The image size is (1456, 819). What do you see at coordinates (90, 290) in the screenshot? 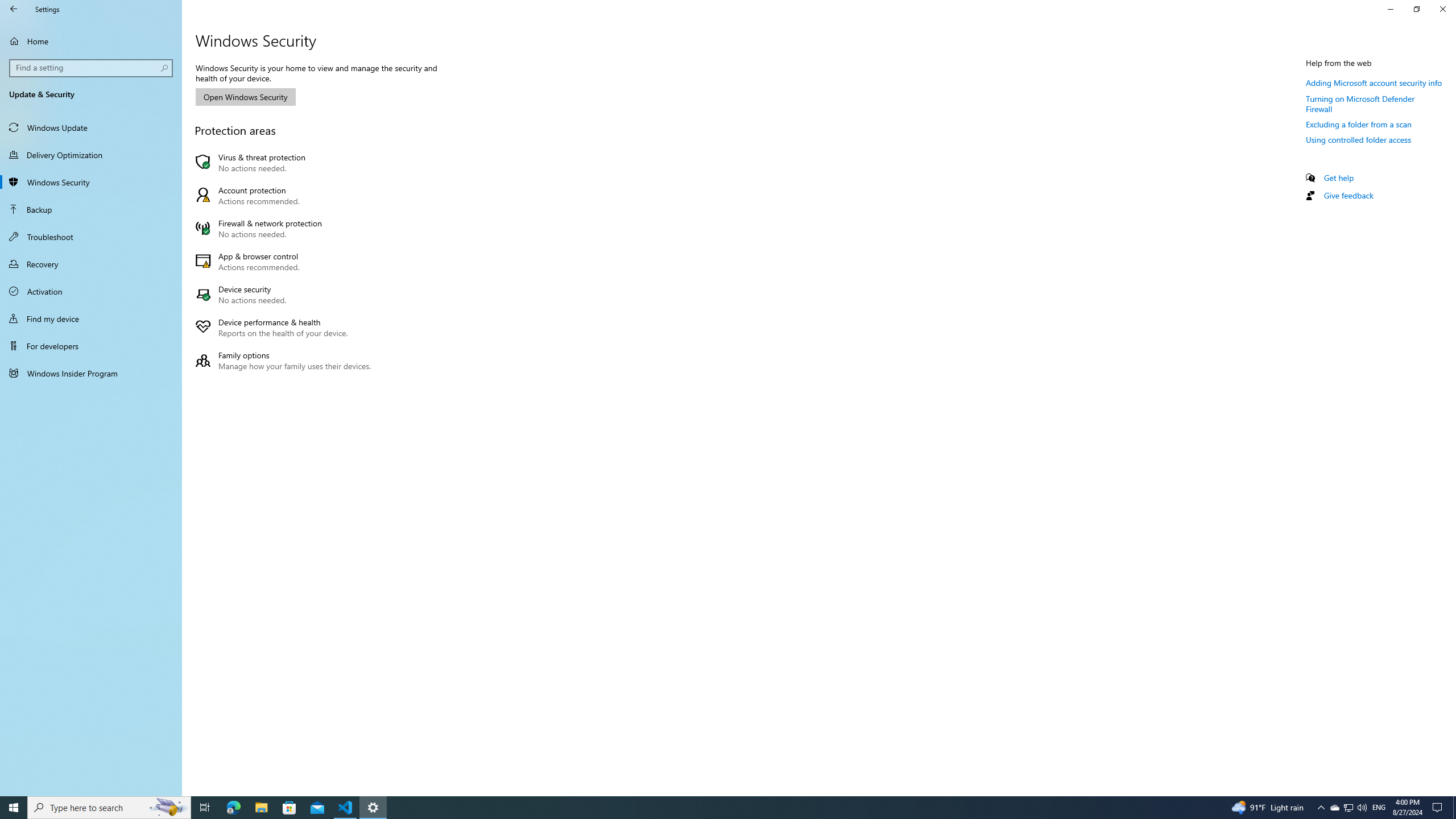
I see `'Activation'` at bounding box center [90, 290].